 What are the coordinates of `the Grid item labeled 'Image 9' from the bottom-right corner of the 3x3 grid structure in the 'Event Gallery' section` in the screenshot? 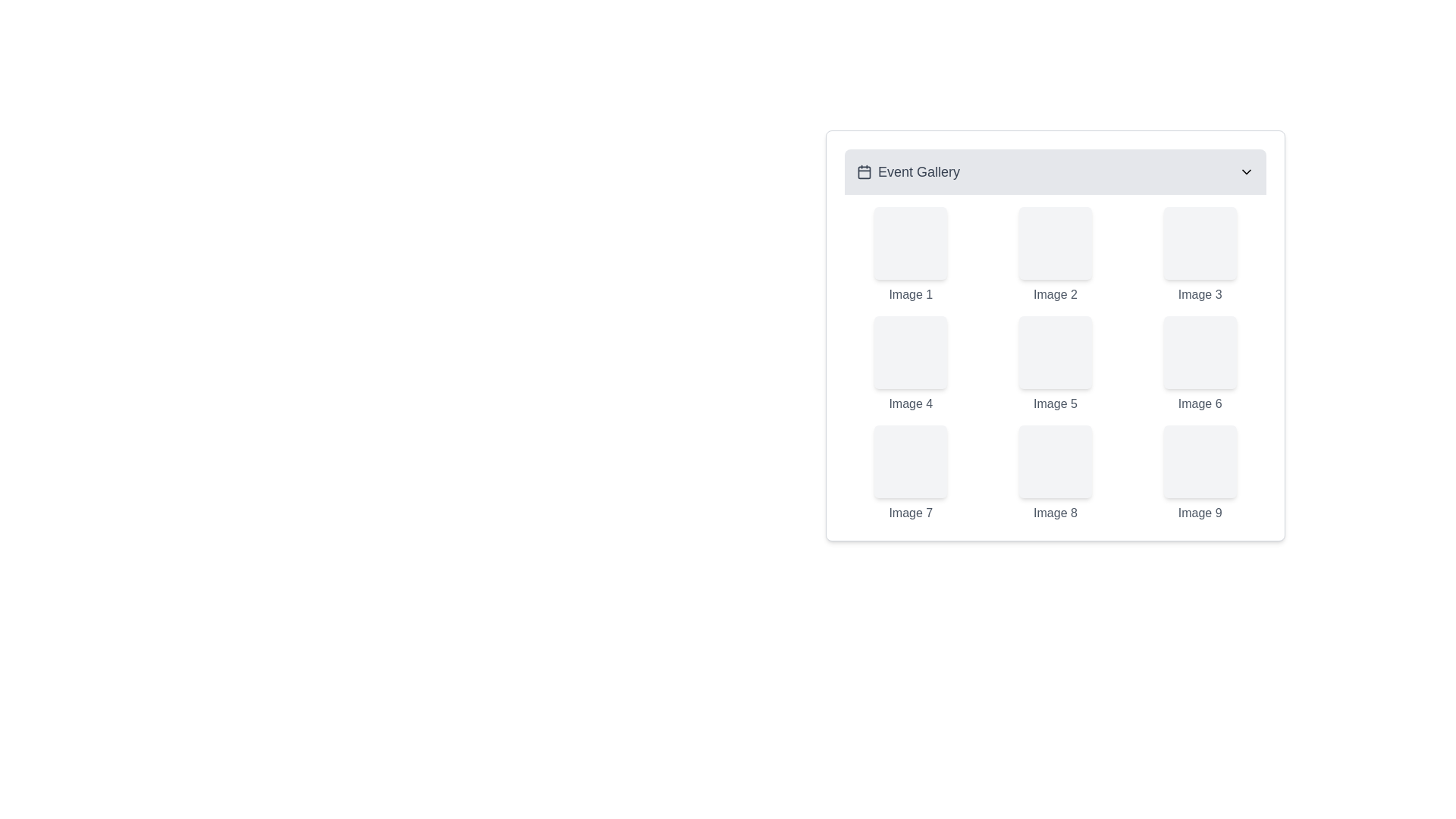 It's located at (1199, 472).